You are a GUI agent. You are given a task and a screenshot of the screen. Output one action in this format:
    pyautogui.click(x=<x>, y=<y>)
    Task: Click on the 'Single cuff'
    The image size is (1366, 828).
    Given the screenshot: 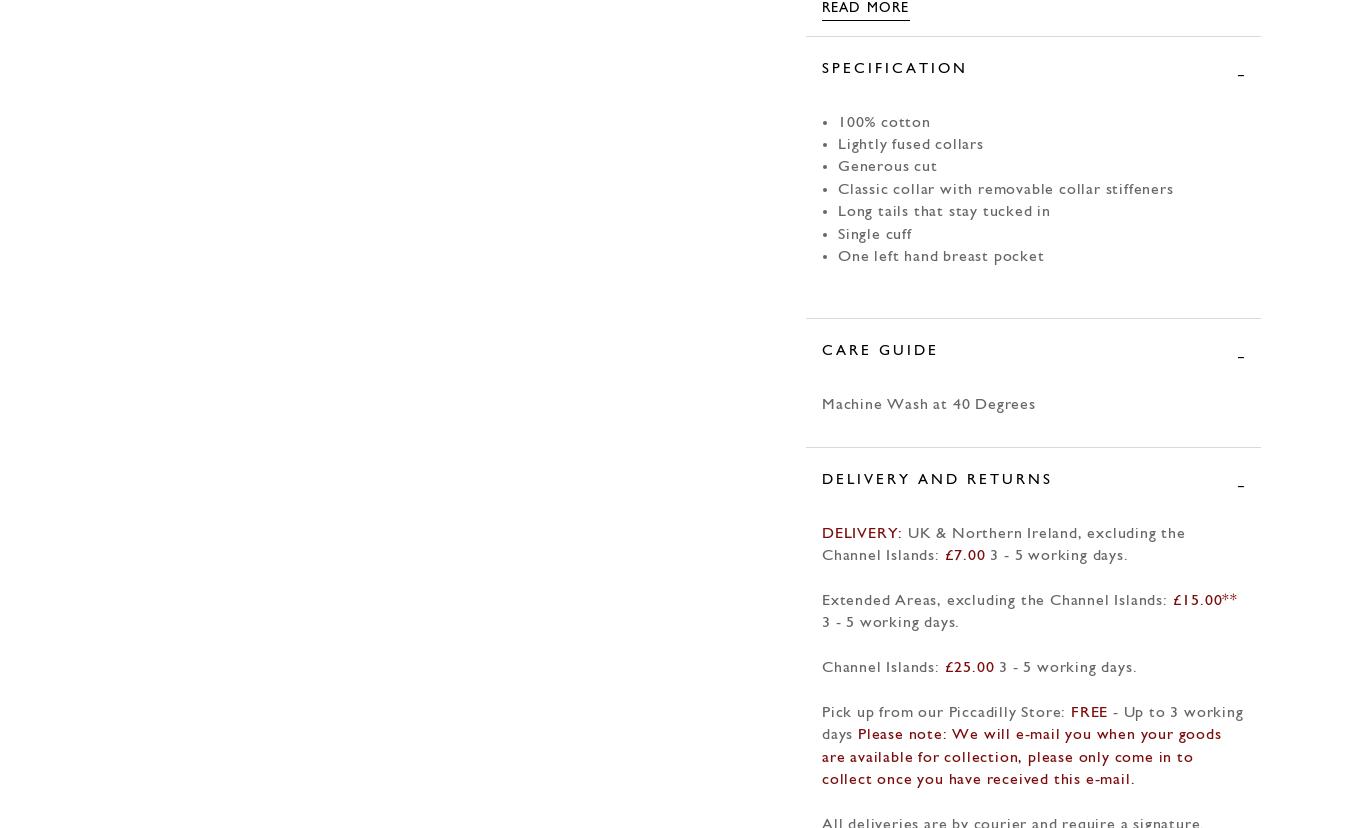 What is the action you would take?
    pyautogui.click(x=872, y=233)
    